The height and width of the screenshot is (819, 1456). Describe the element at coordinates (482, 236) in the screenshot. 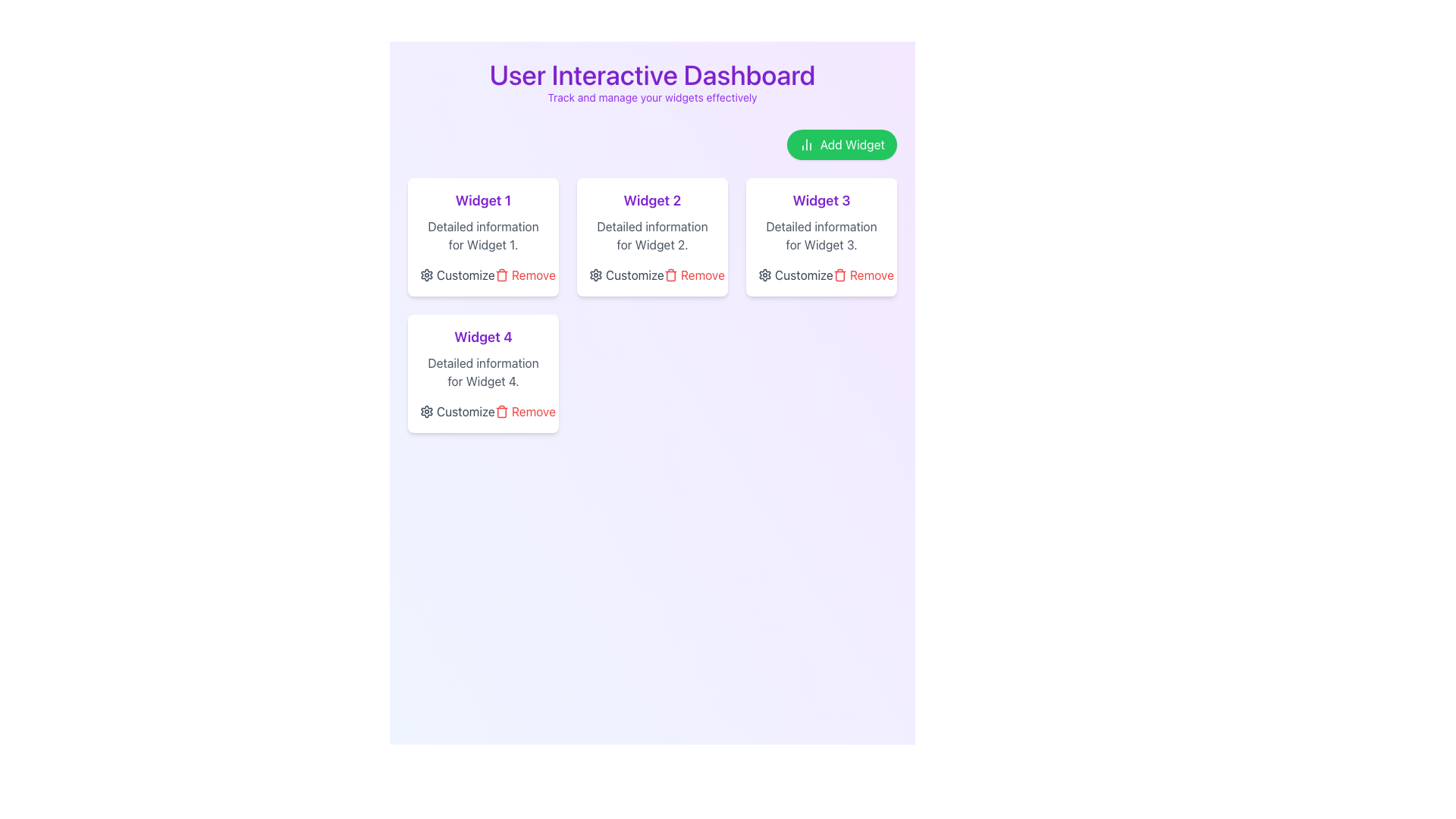

I see `the informational text block that provides a description about Widget 1, located below the header 'Widget 1' and above the 'Customize' and 'Remove' options` at that location.